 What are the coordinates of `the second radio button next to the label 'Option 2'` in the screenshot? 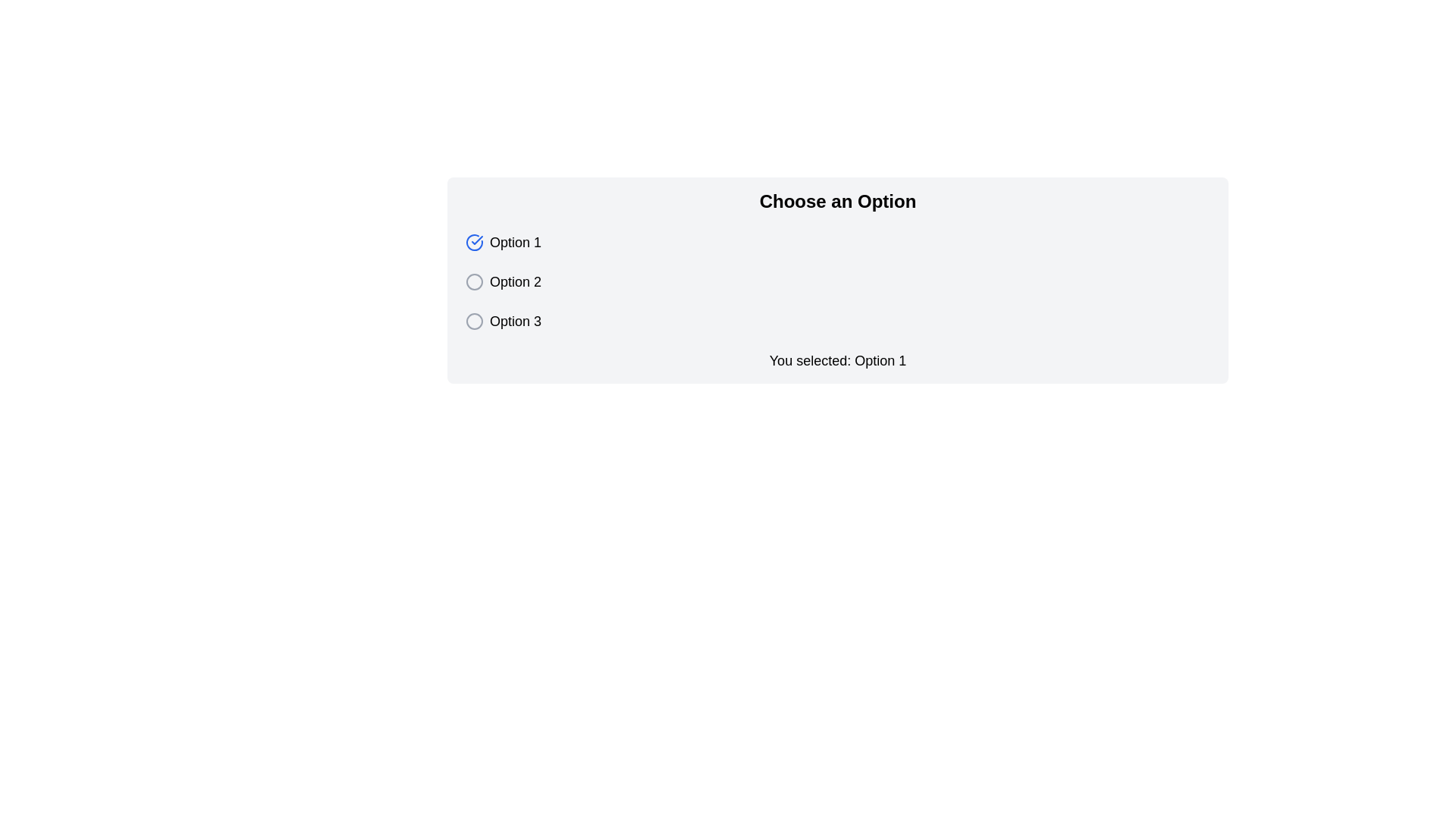 It's located at (473, 281).